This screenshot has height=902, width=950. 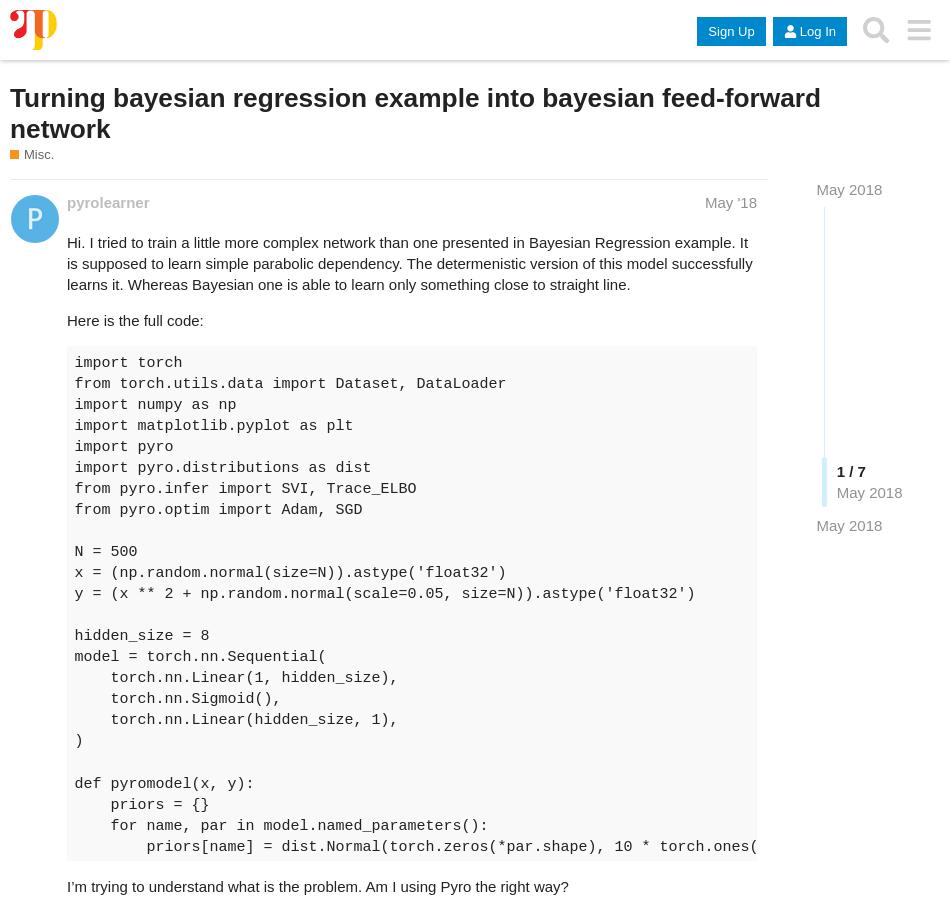 What do you see at coordinates (134, 318) in the screenshot?
I see `'Here is the full code:'` at bounding box center [134, 318].